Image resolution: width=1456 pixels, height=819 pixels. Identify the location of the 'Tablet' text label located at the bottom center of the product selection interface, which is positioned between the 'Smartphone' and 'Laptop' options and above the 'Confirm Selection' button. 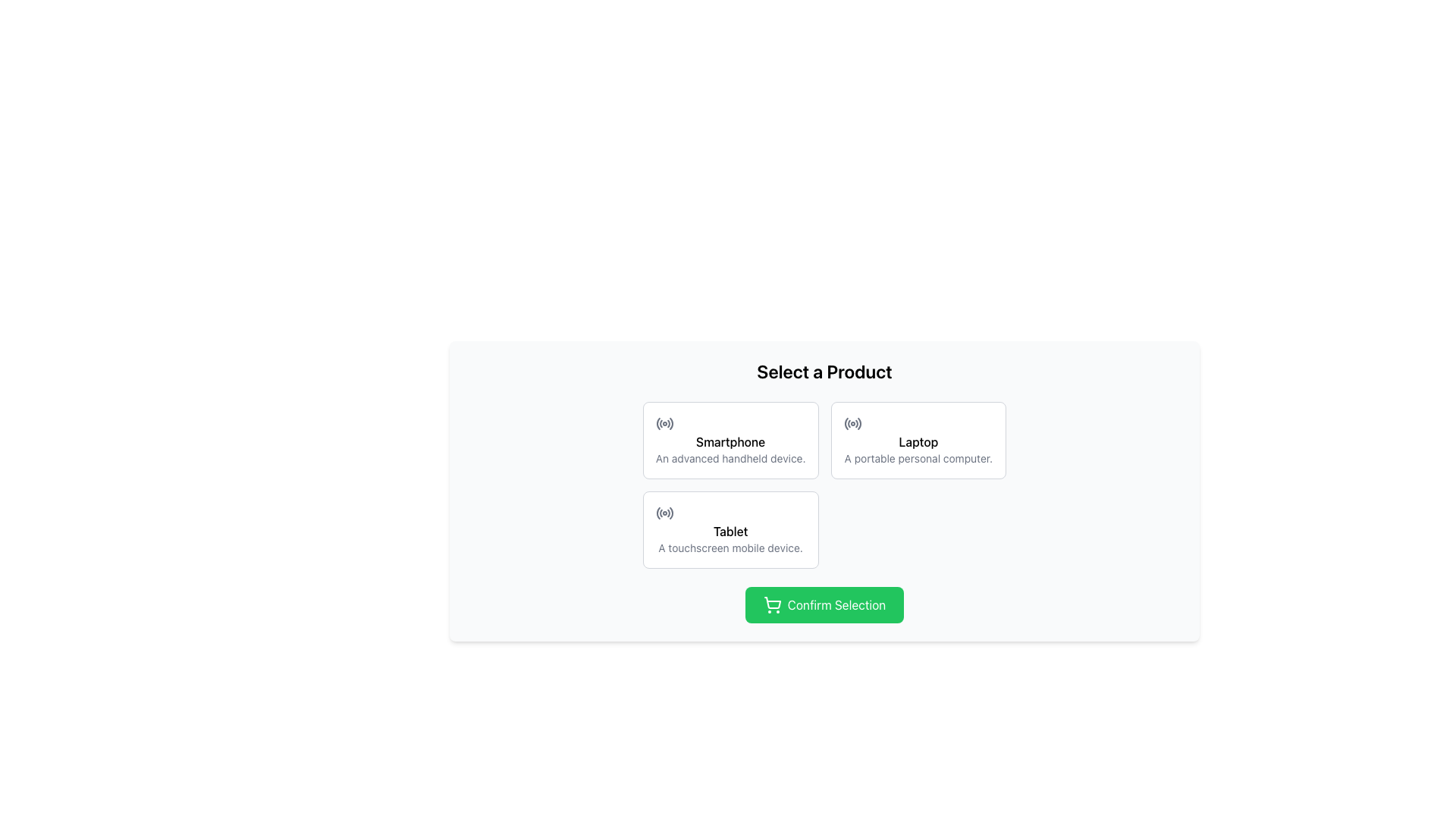
(730, 538).